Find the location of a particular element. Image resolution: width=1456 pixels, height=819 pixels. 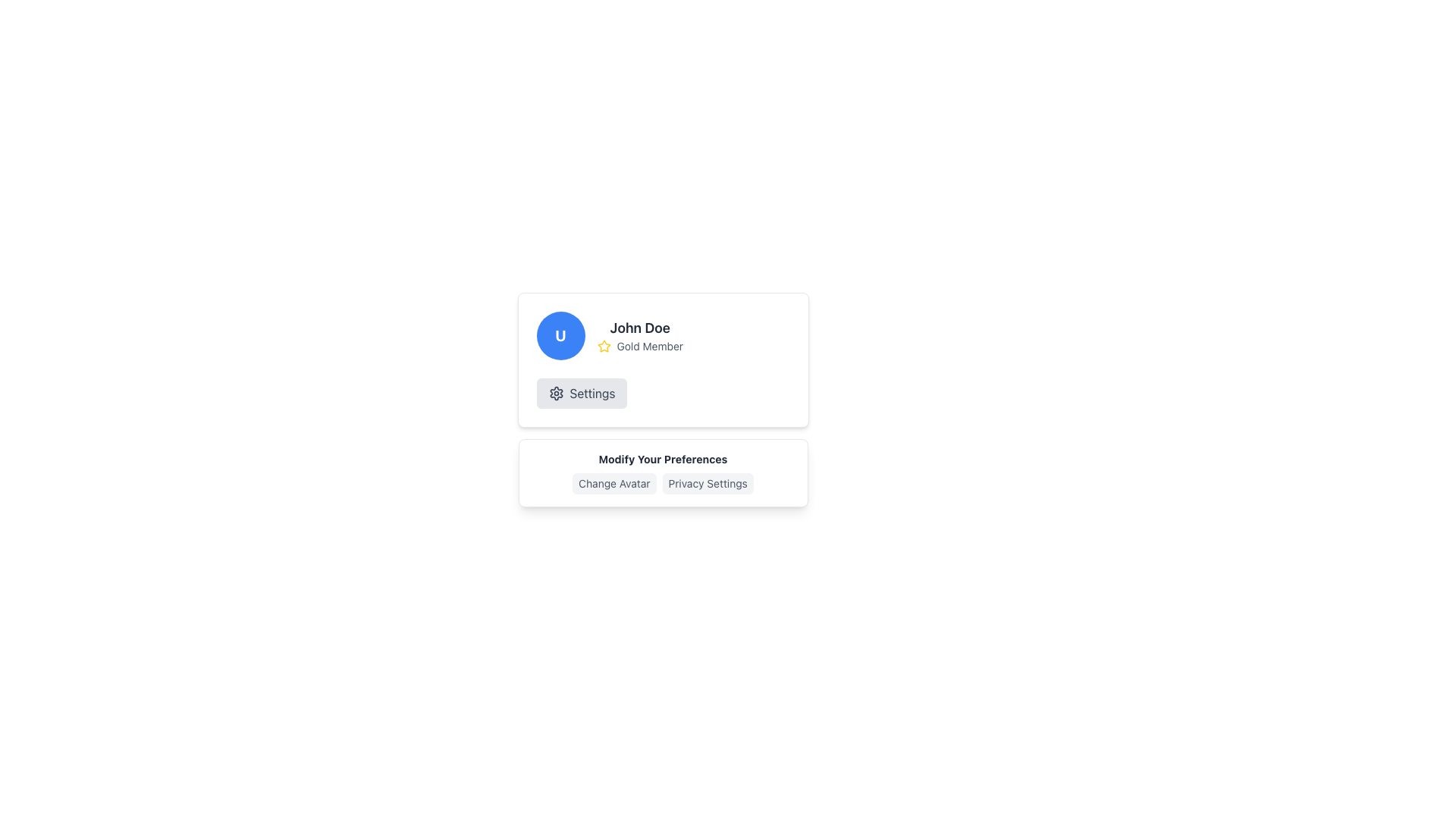

the 'John Doe' text label which displays the username in the user profile section is located at coordinates (640, 327).